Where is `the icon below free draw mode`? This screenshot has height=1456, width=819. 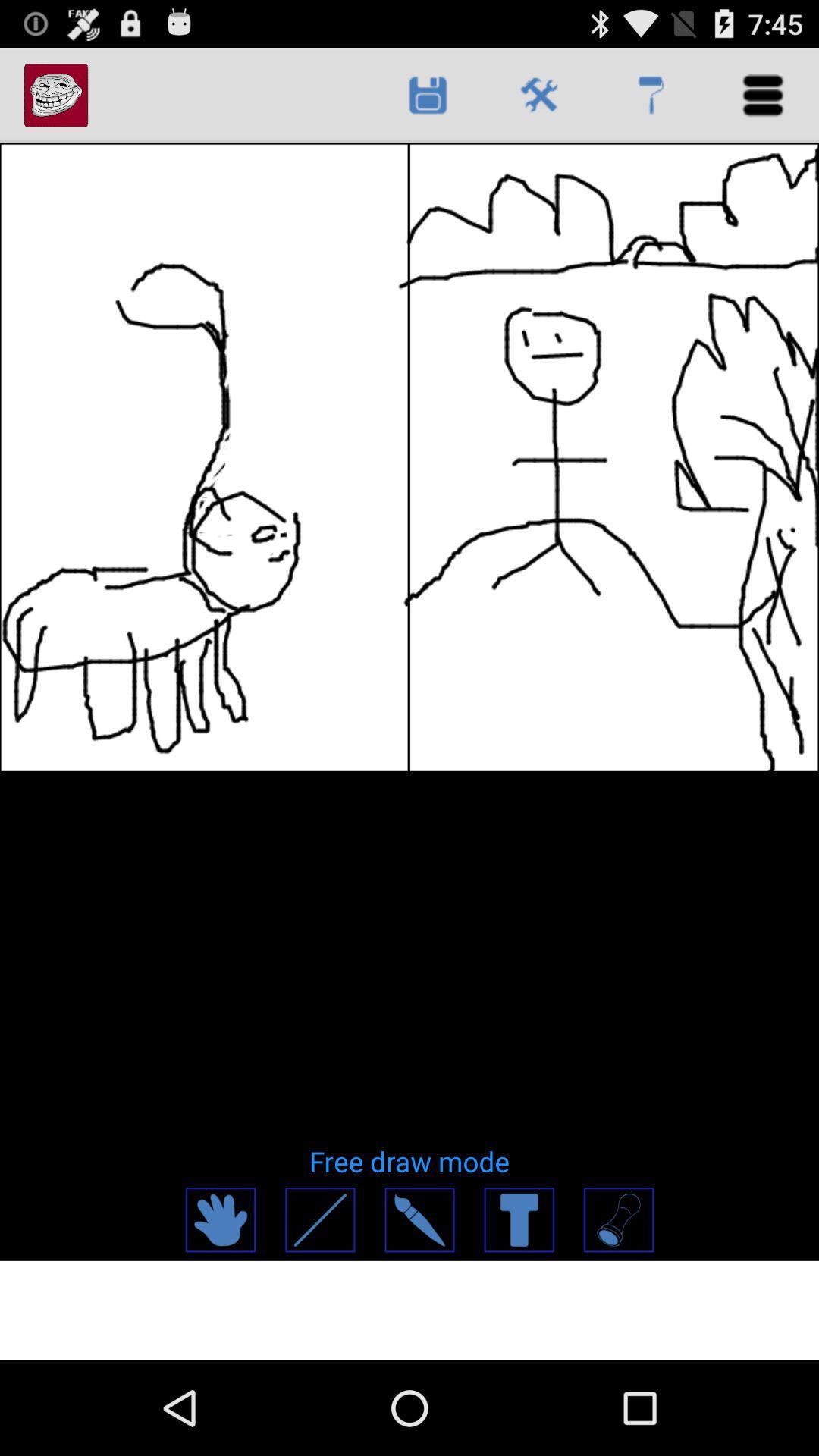 the icon below free draw mode is located at coordinates (419, 1219).